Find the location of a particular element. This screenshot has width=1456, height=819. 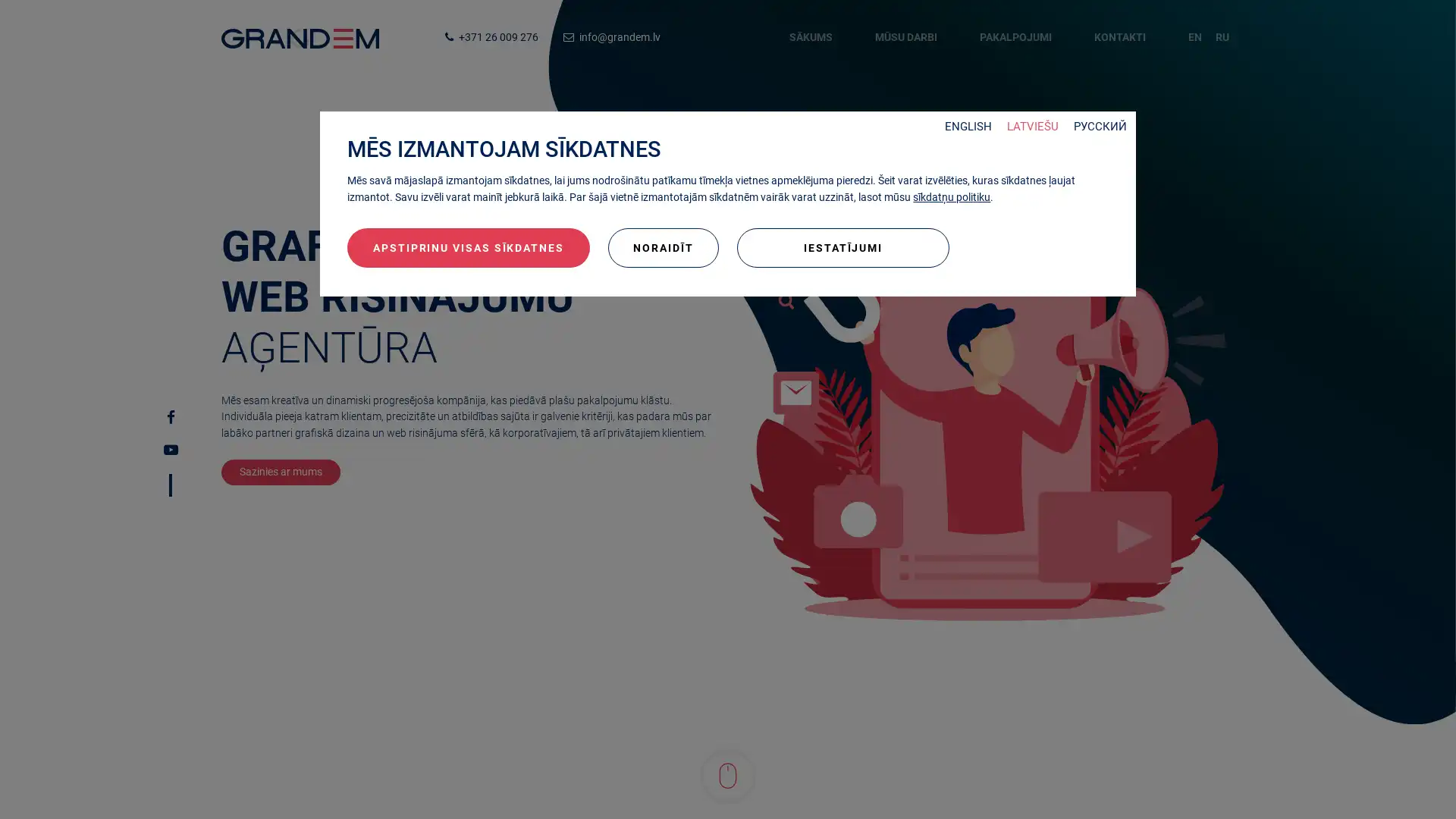

APSTIPRINU VISAS SIKDATNES is located at coordinates (467, 247).